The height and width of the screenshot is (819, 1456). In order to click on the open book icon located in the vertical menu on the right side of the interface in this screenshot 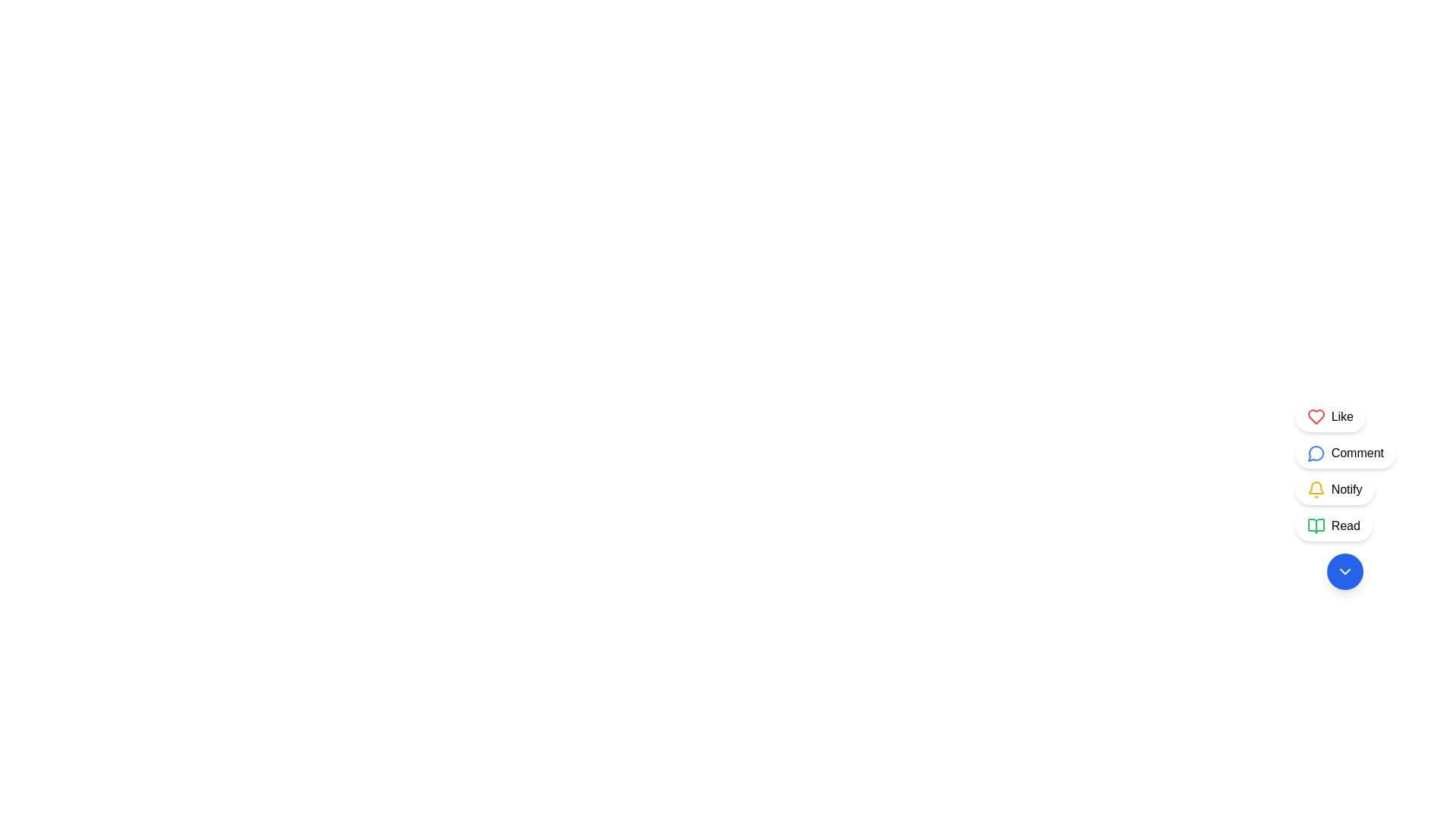, I will do `click(1315, 526)`.